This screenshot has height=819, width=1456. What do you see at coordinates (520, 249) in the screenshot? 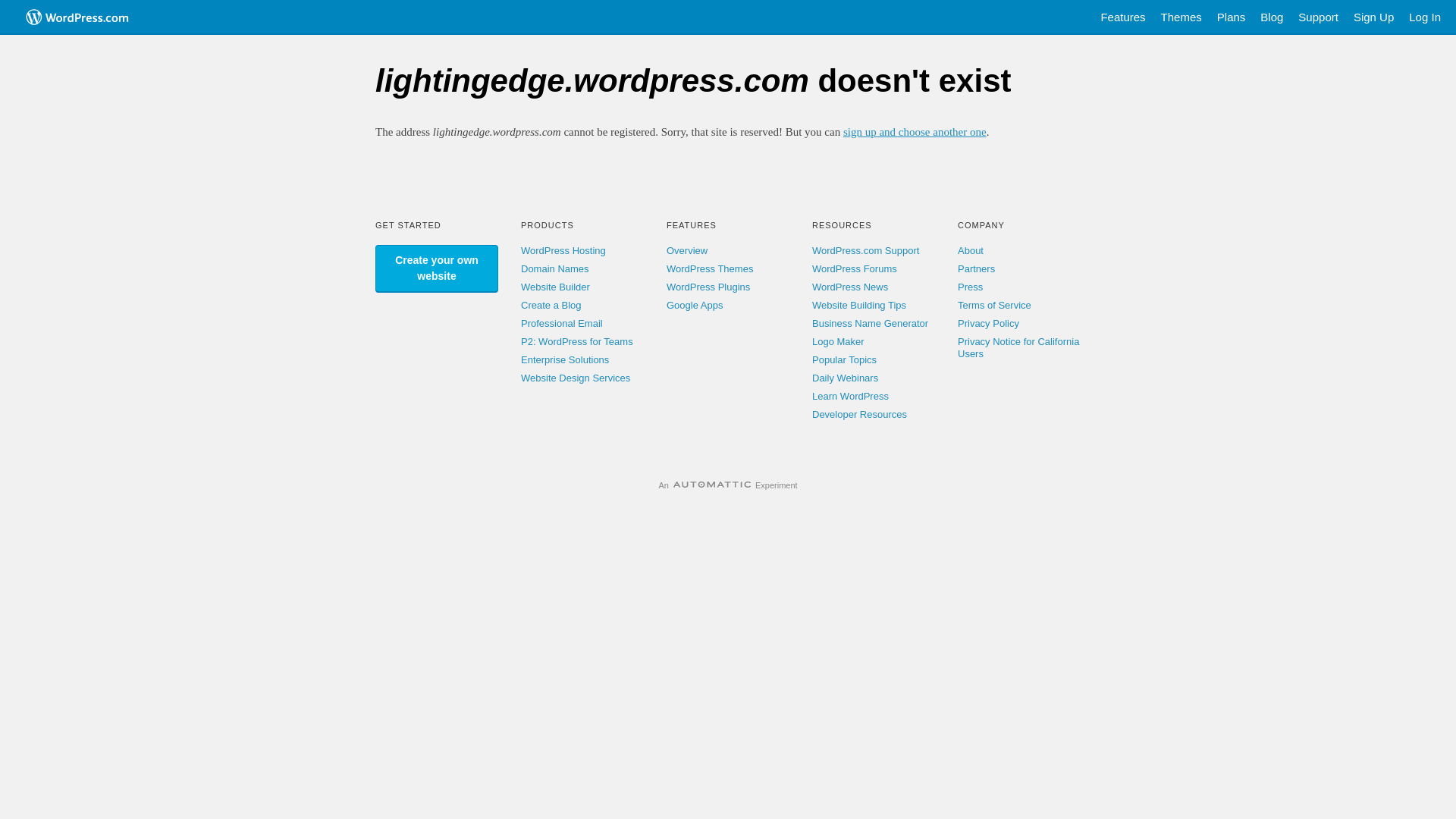
I see `'WordPress Hosting'` at bounding box center [520, 249].